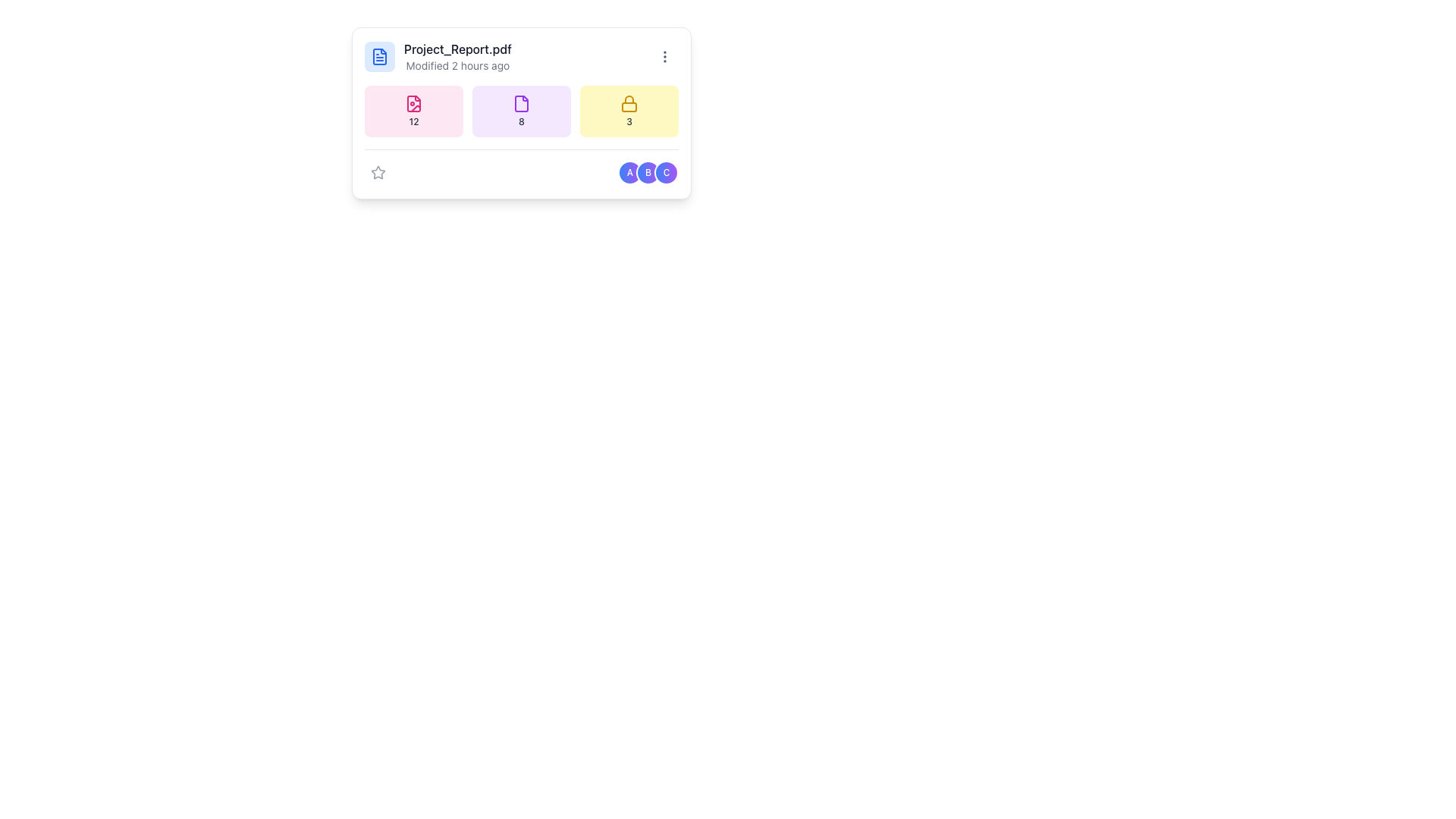 The width and height of the screenshot is (1456, 819). I want to click on text label displaying 'Project_Report.pdf', which is a bold dark gray text positioned at the top-left of a card-like UI component, so click(457, 49).